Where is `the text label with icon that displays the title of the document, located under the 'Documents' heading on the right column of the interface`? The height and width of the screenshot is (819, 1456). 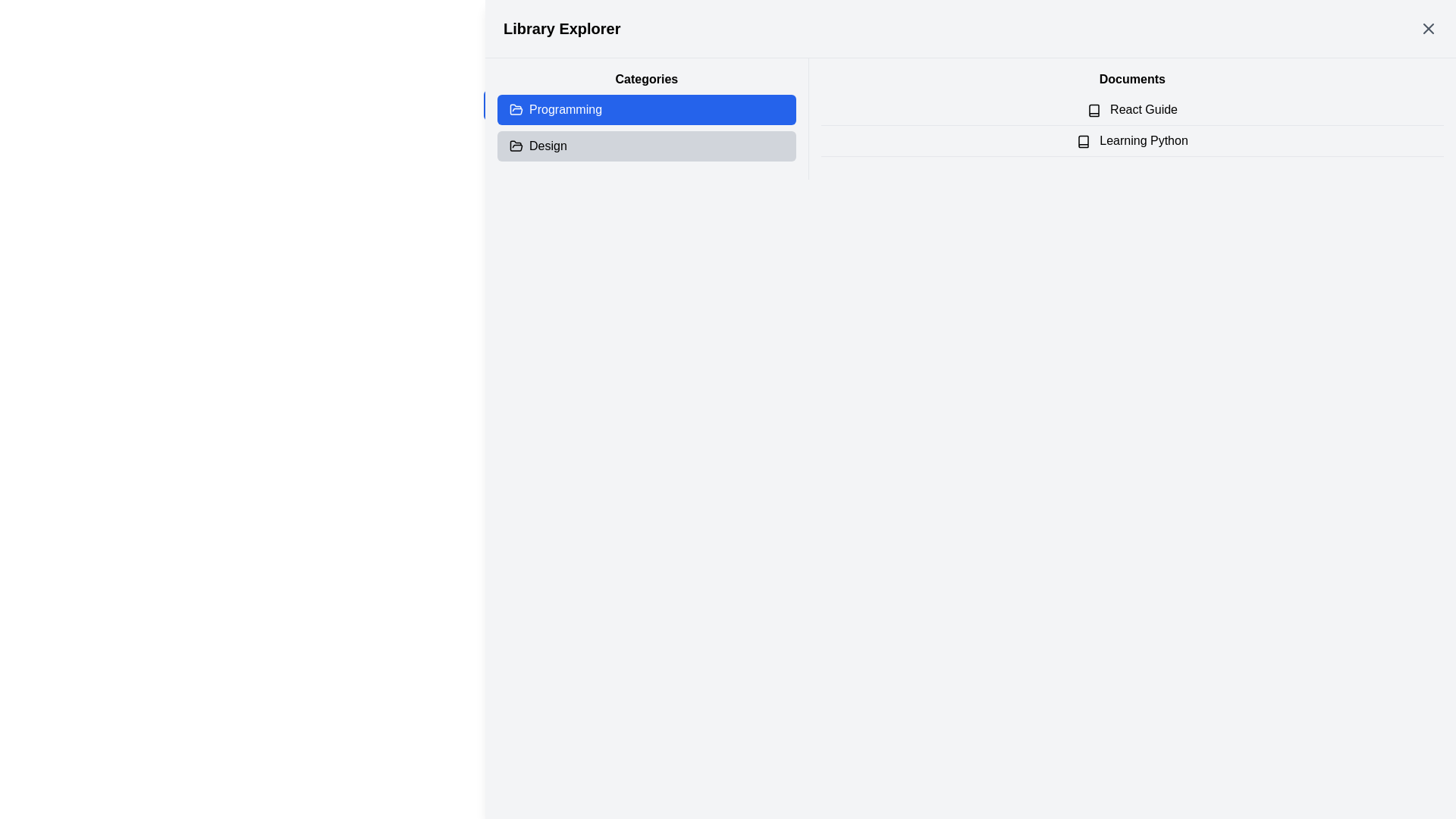 the text label with icon that displays the title of the document, located under the 'Documents' heading on the right column of the interface is located at coordinates (1132, 109).